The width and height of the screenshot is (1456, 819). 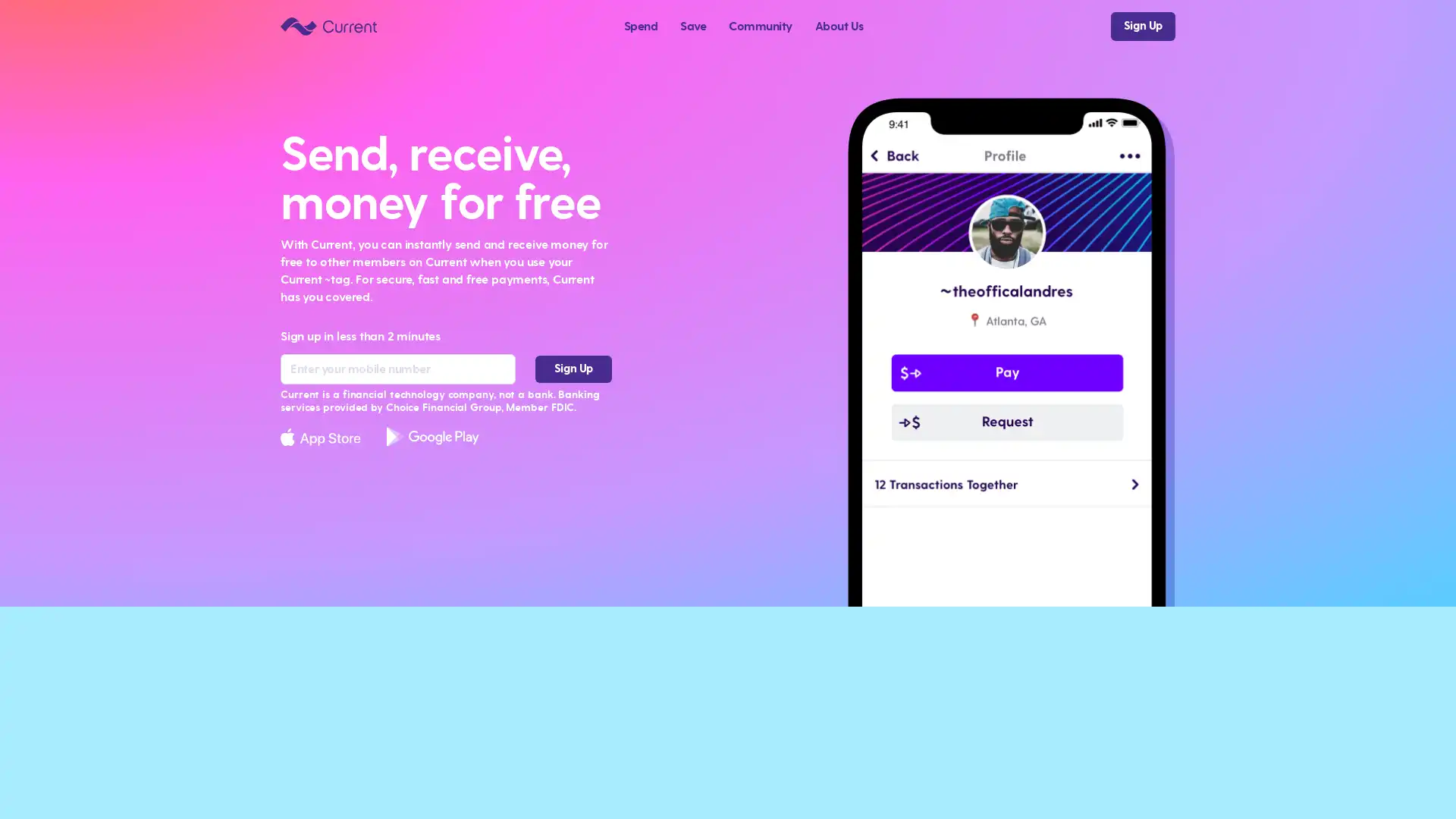 I want to click on Sign Up, so click(x=566, y=369).